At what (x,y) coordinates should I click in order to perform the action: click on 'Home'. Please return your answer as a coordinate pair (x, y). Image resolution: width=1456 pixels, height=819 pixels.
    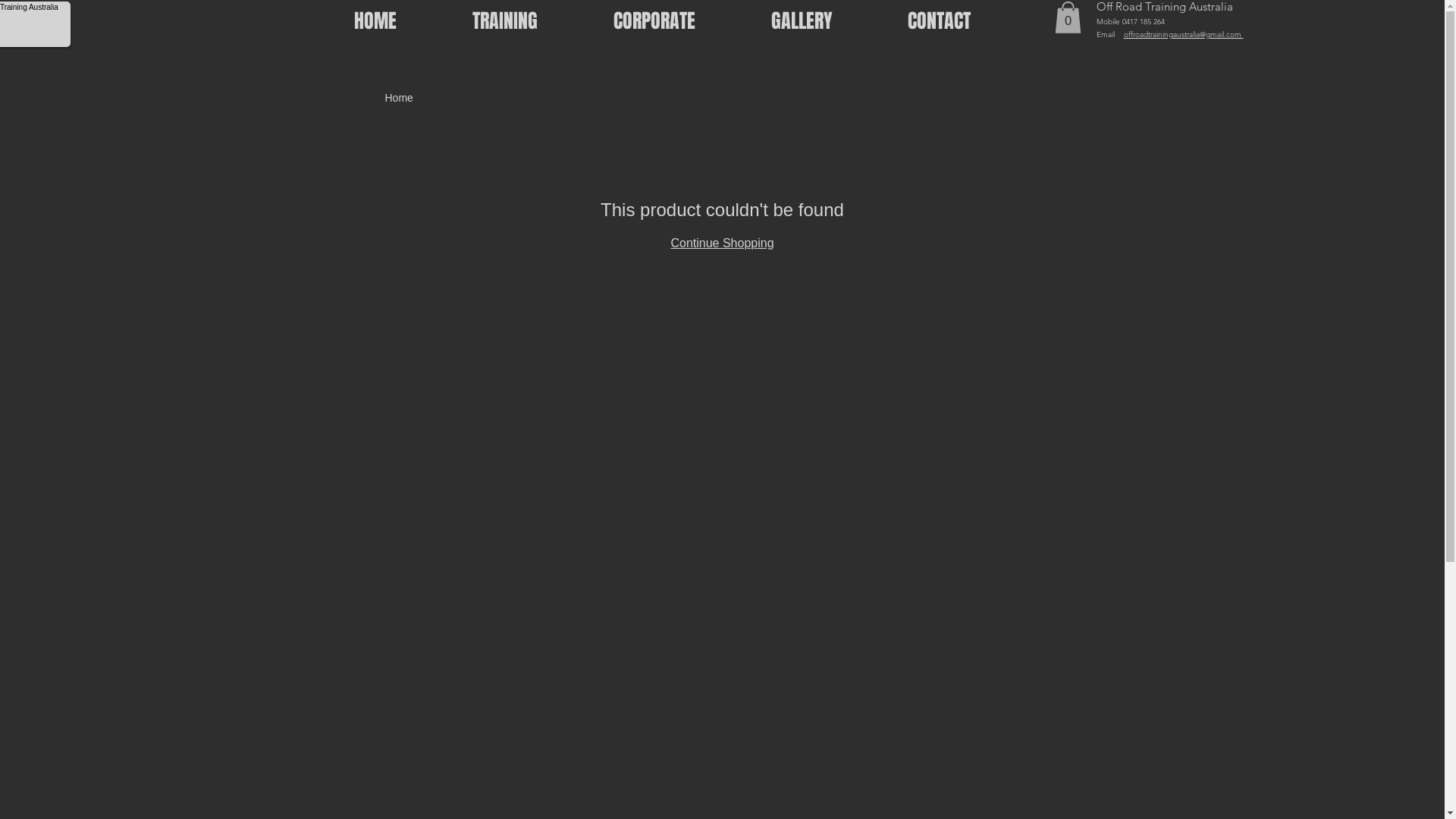
    Looking at the image, I should click on (399, 97).